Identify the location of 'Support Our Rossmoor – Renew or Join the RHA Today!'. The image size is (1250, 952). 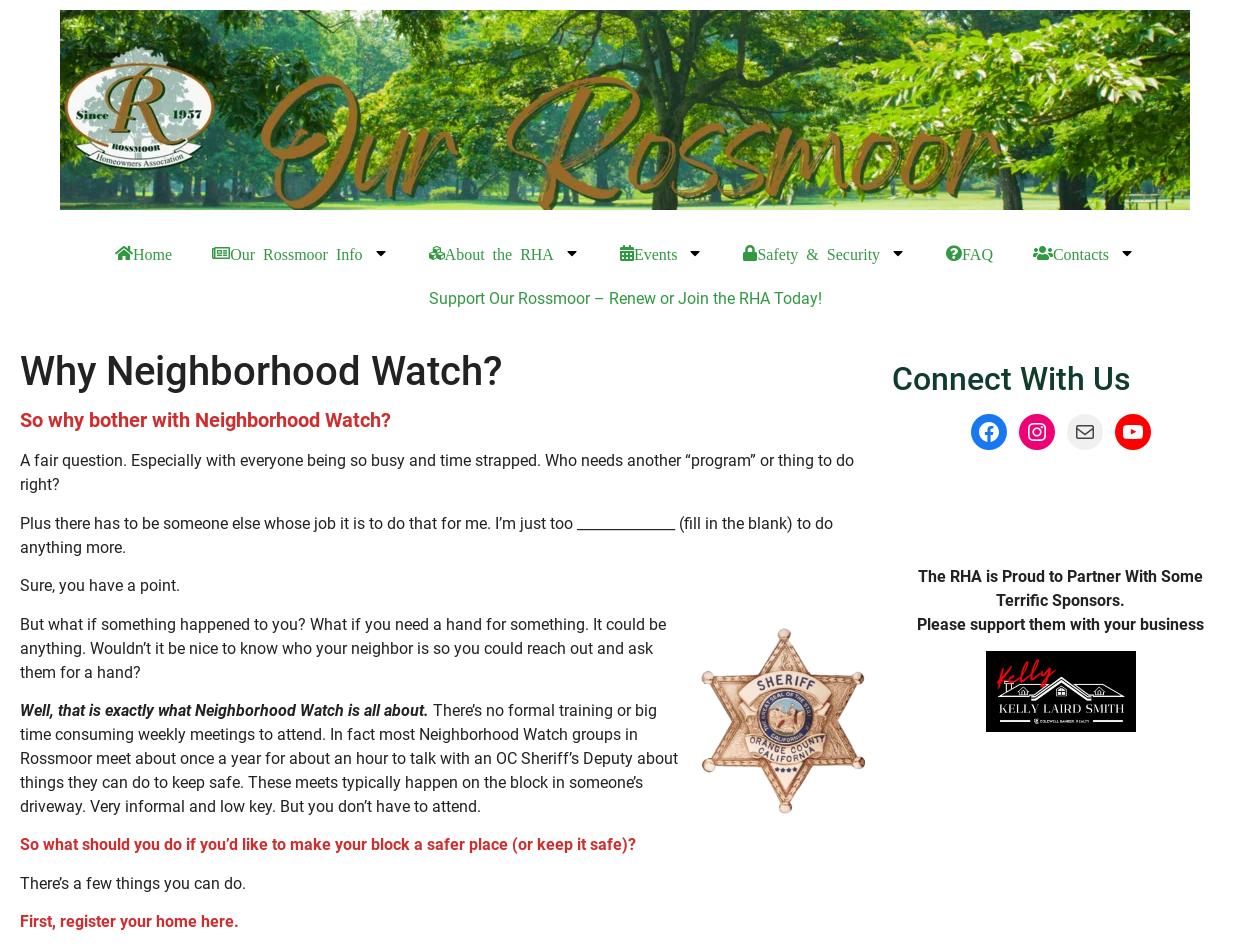
(428, 298).